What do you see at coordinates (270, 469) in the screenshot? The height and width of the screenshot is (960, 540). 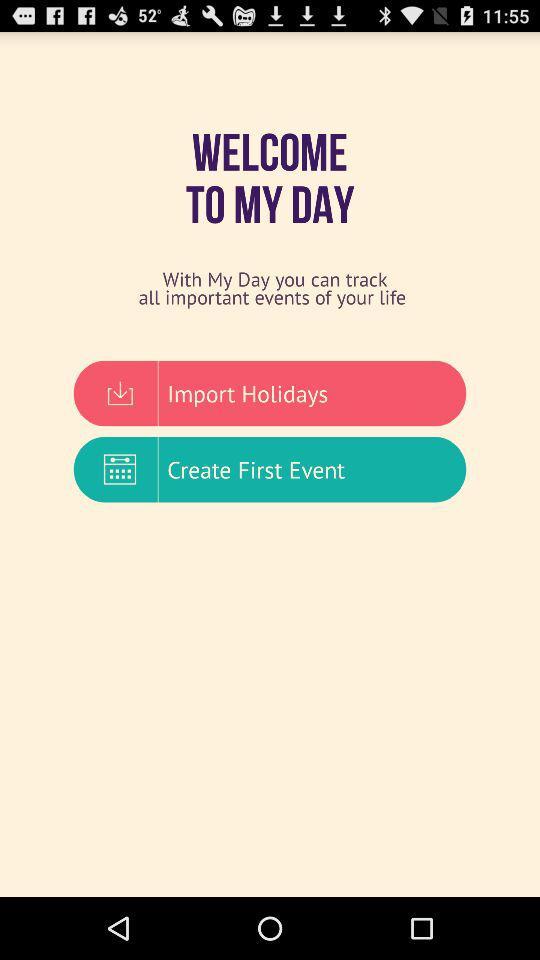 I see `create first event` at bounding box center [270, 469].